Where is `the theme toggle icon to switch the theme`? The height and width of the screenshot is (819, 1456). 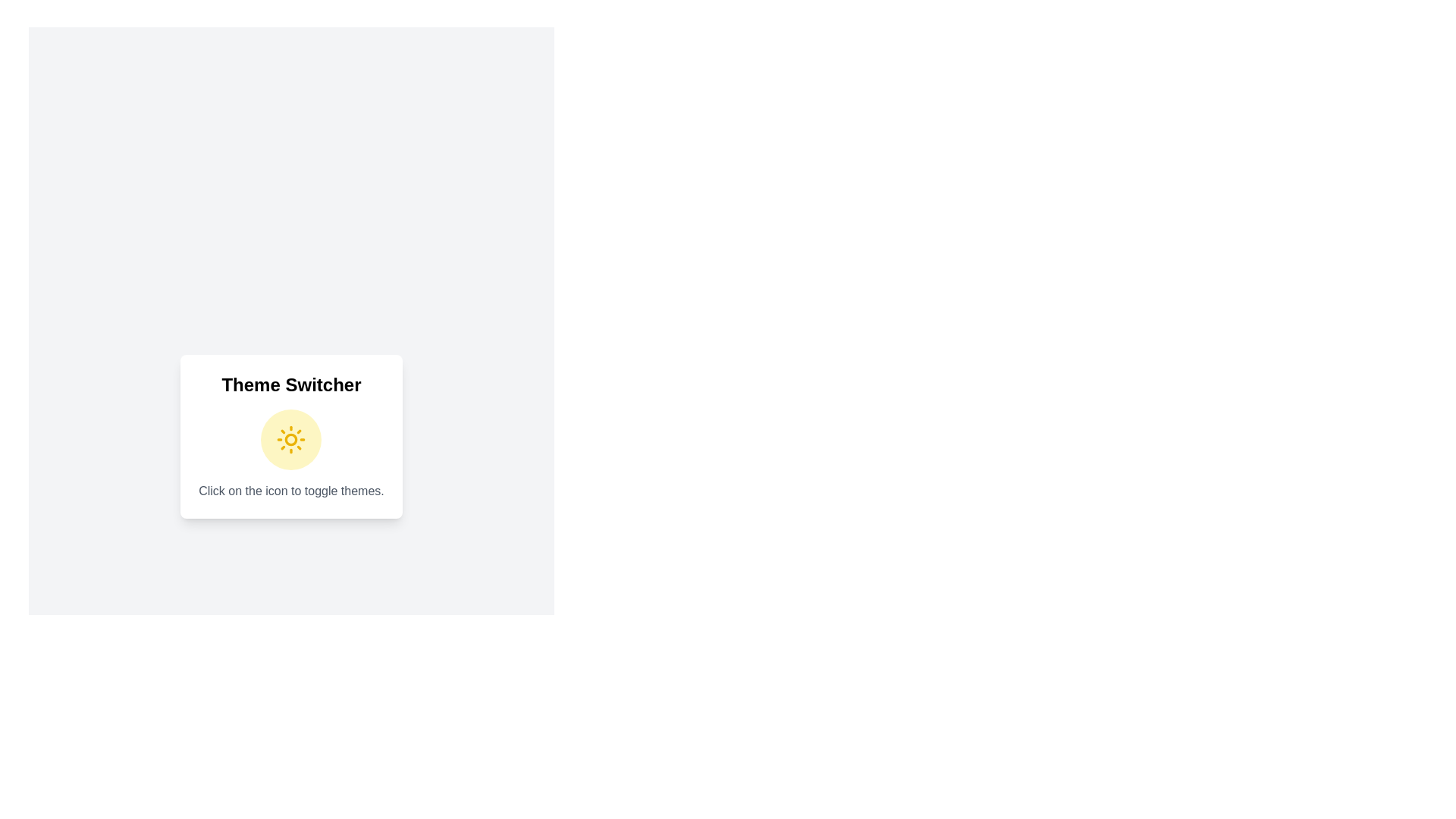 the theme toggle icon to switch the theme is located at coordinates (291, 439).